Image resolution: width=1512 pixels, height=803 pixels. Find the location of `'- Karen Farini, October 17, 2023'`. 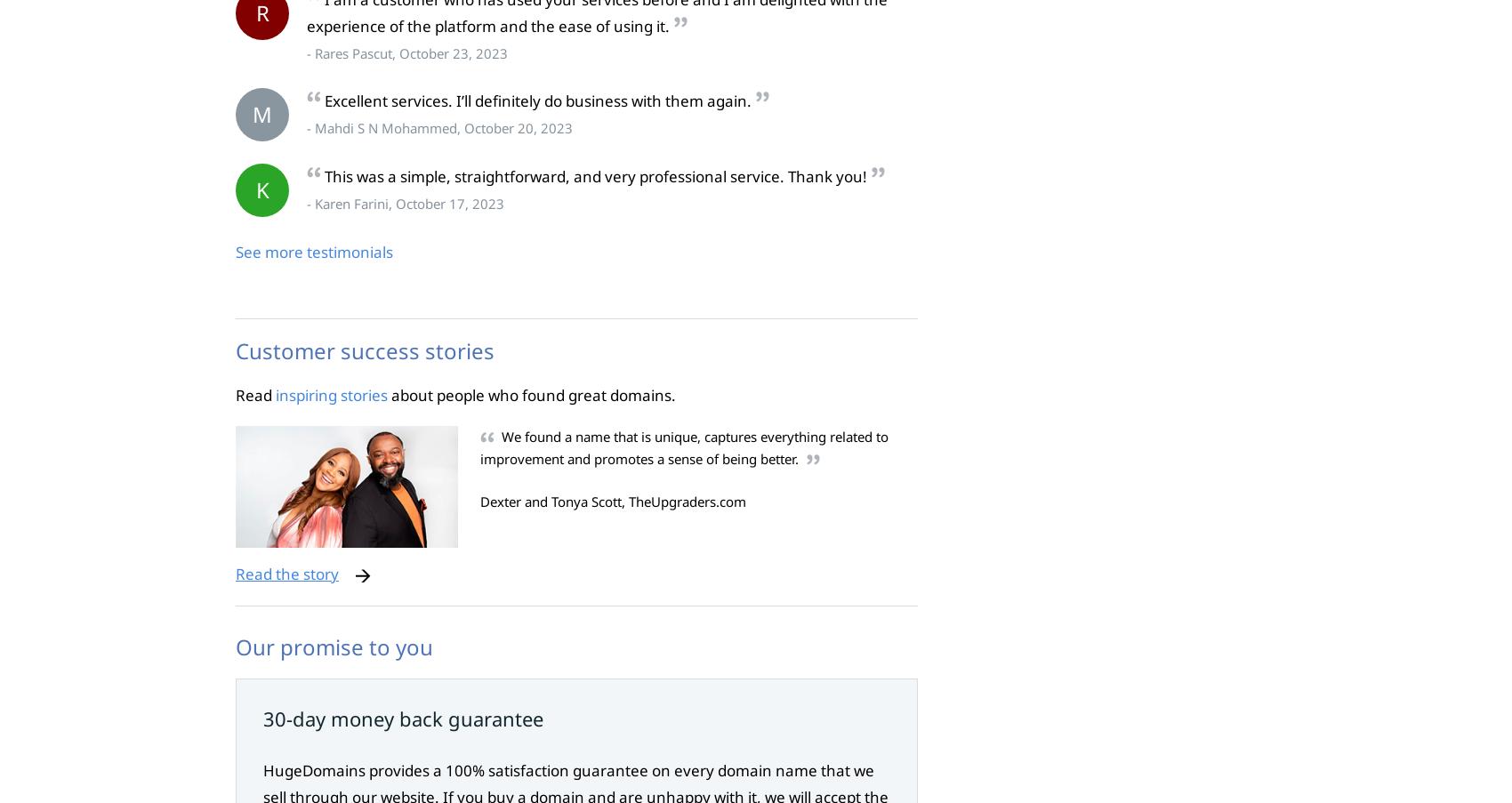

'- Karen Farini, October 17, 2023' is located at coordinates (405, 204).